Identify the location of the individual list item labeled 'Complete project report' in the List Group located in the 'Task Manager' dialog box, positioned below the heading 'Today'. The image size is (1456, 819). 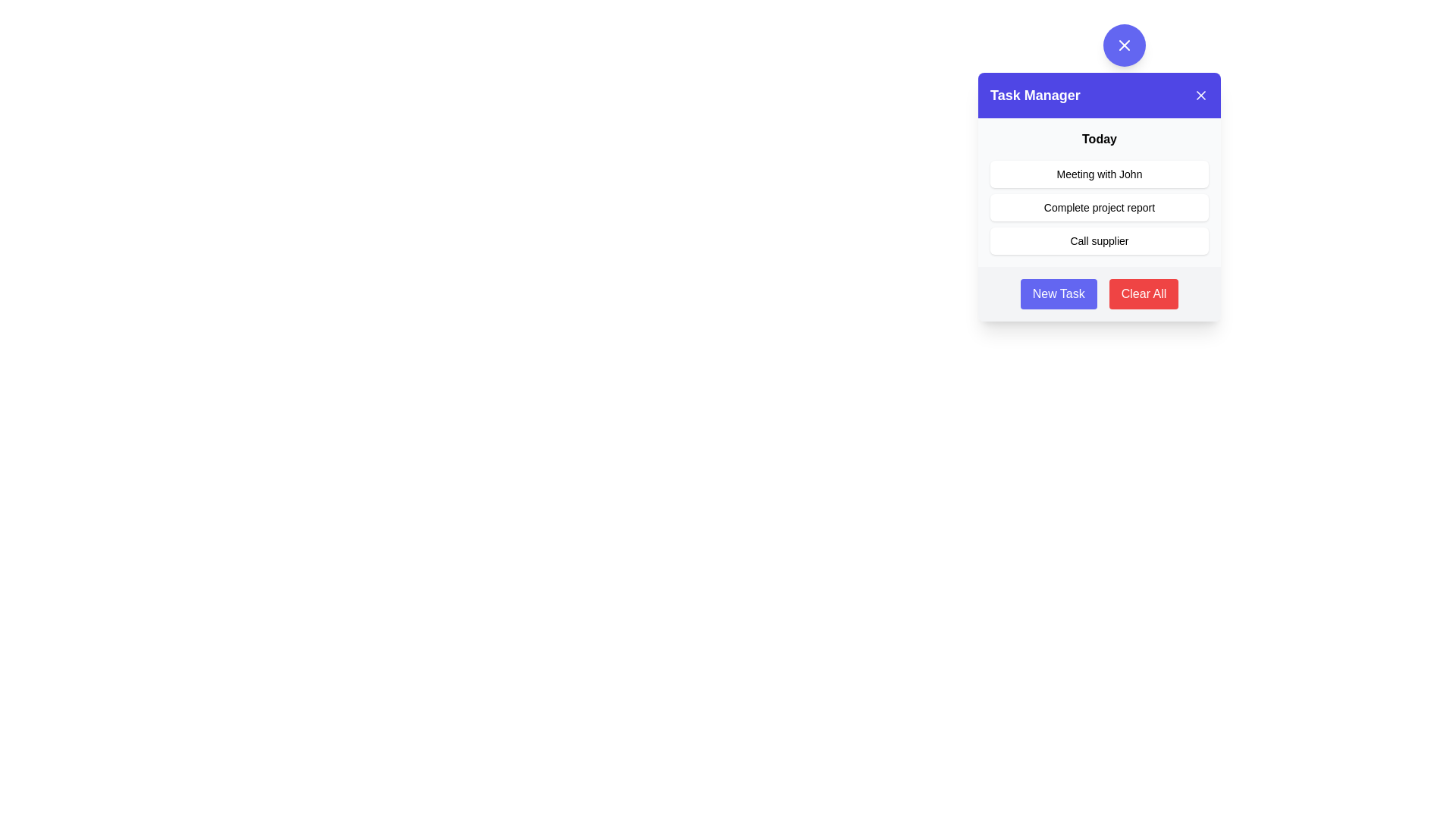
(1099, 207).